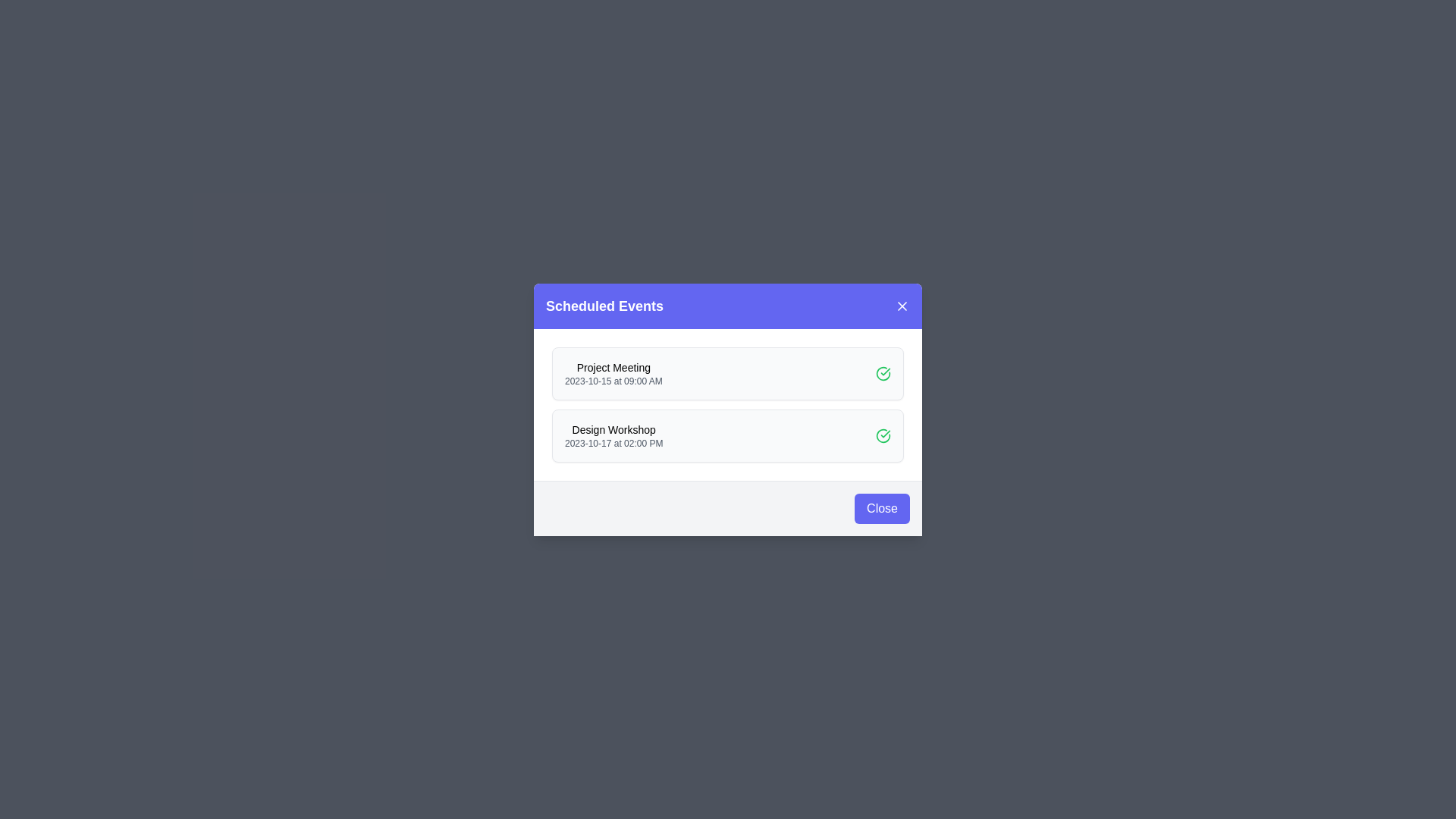 The width and height of the screenshot is (1456, 819). What do you see at coordinates (613, 435) in the screenshot?
I see `the Informative text element displaying 'Design Workshop' and '2023-10-17 at 02:00 PM' for detailed information` at bounding box center [613, 435].